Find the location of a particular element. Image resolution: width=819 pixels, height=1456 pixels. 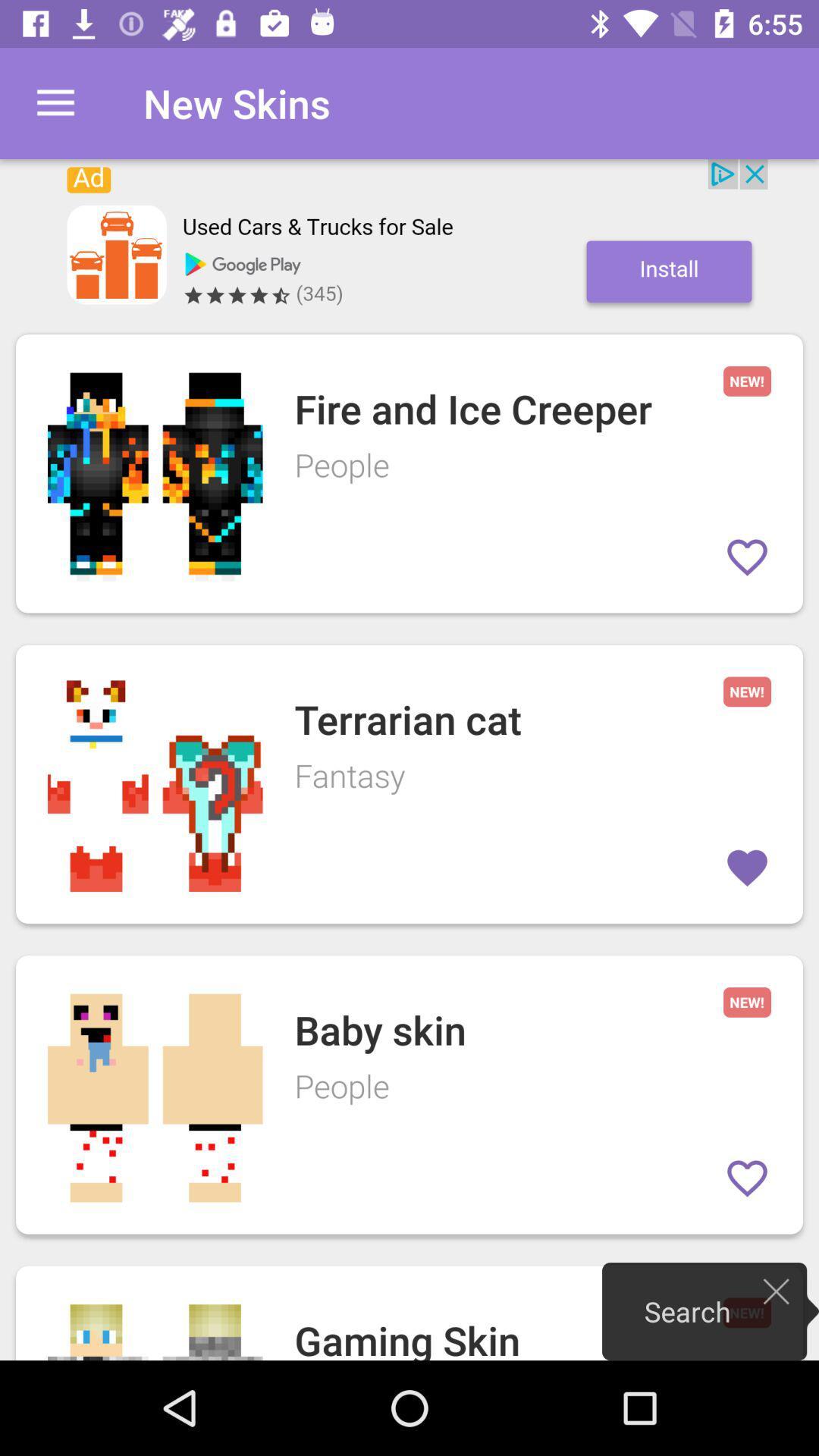

make favorite skin is located at coordinates (746, 1178).